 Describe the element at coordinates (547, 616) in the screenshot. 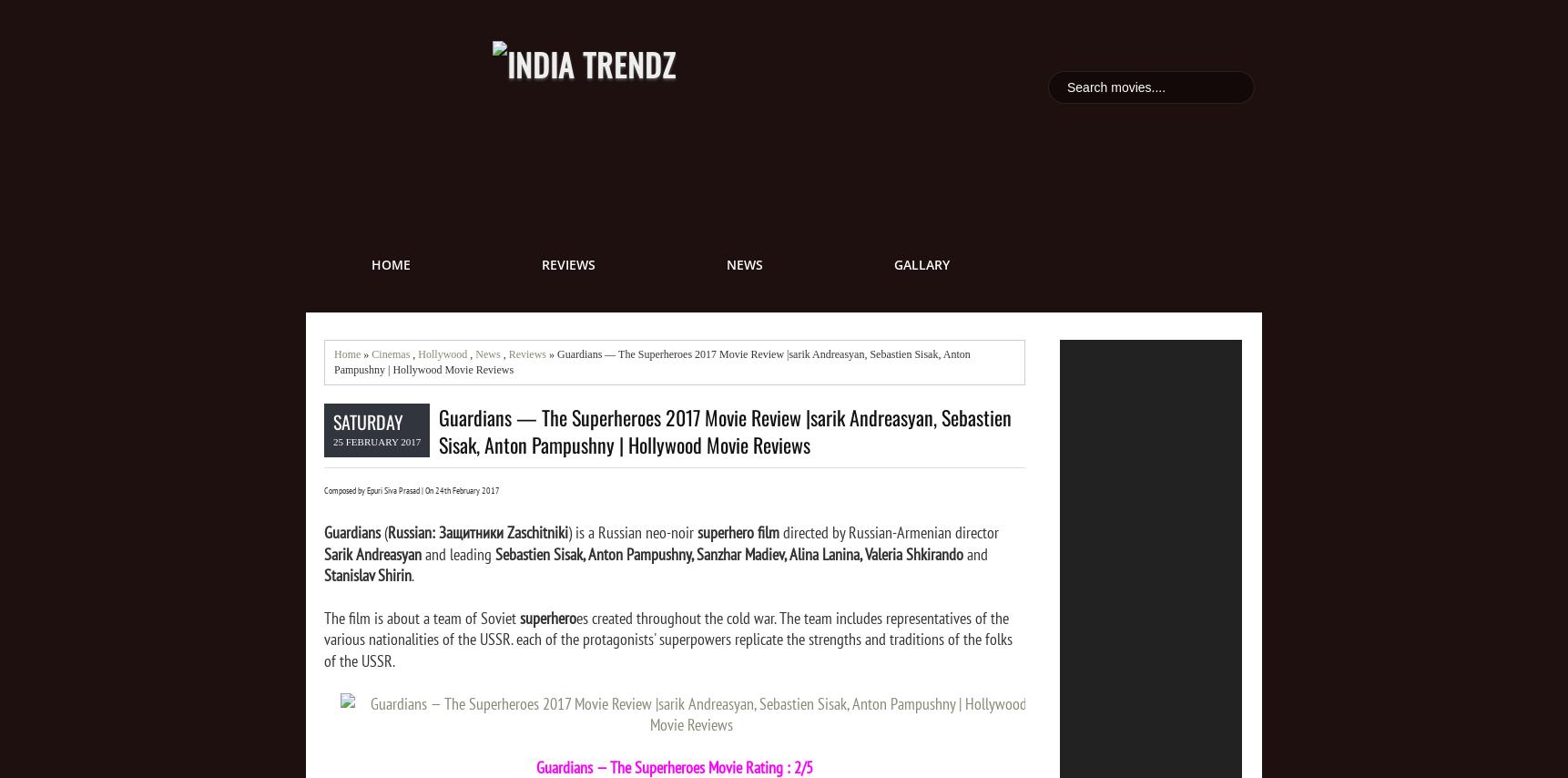

I see `'superhero'` at that location.